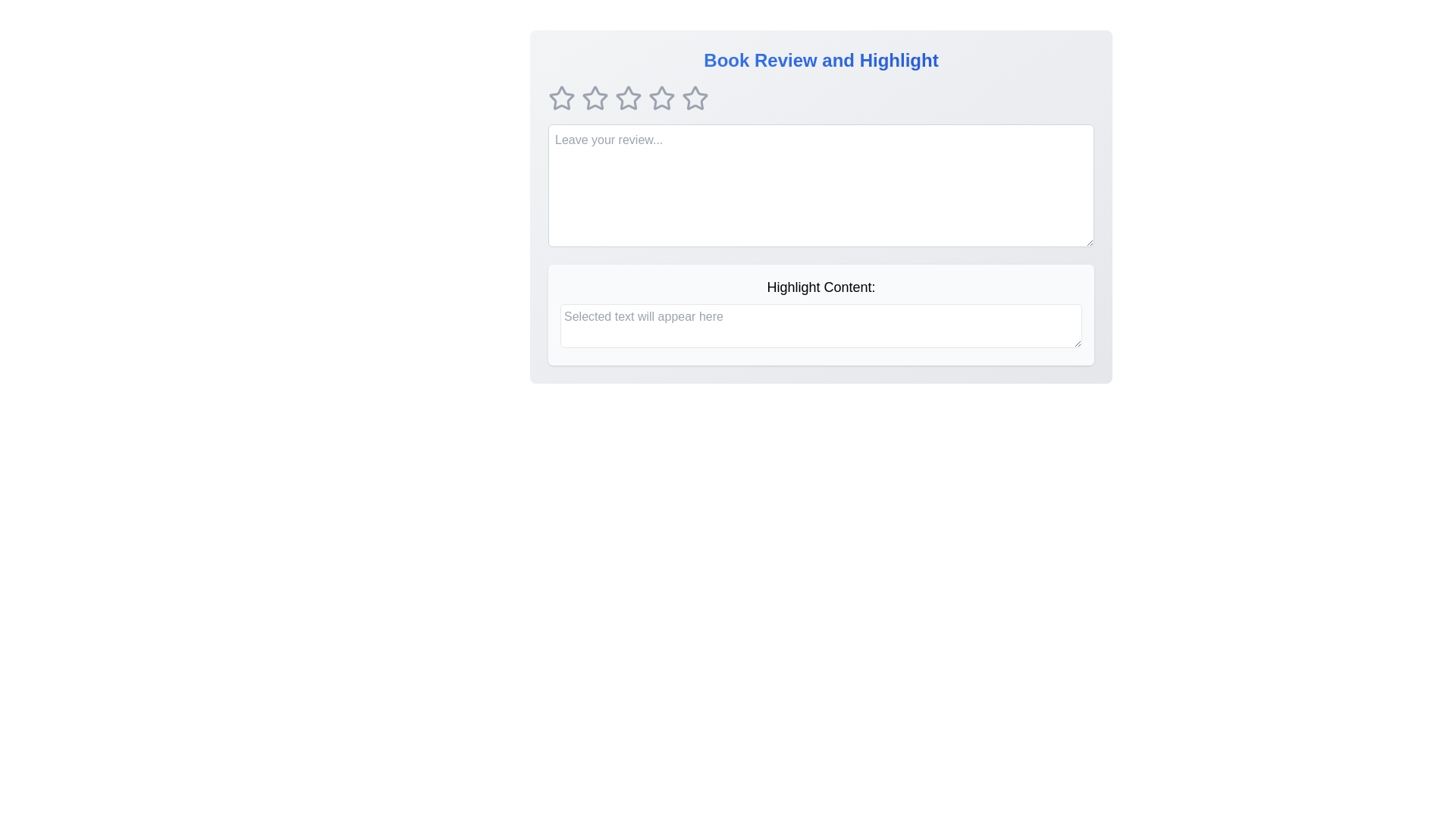 The width and height of the screenshot is (1456, 819). Describe the element at coordinates (595, 99) in the screenshot. I see `the star rating icon corresponding to 2 stars to preview the rating` at that location.